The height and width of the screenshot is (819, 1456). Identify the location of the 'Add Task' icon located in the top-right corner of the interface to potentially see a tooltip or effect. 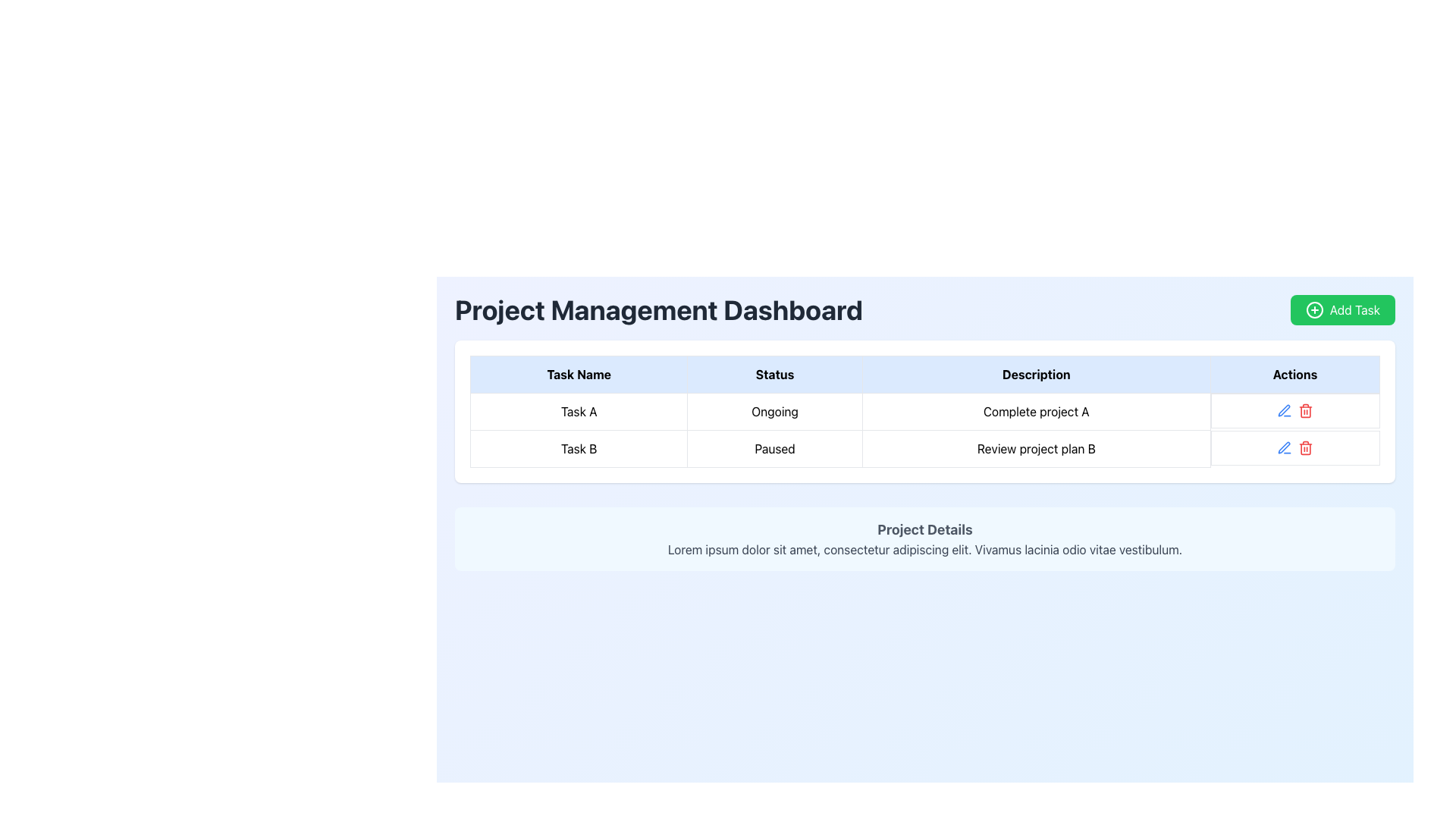
(1313, 309).